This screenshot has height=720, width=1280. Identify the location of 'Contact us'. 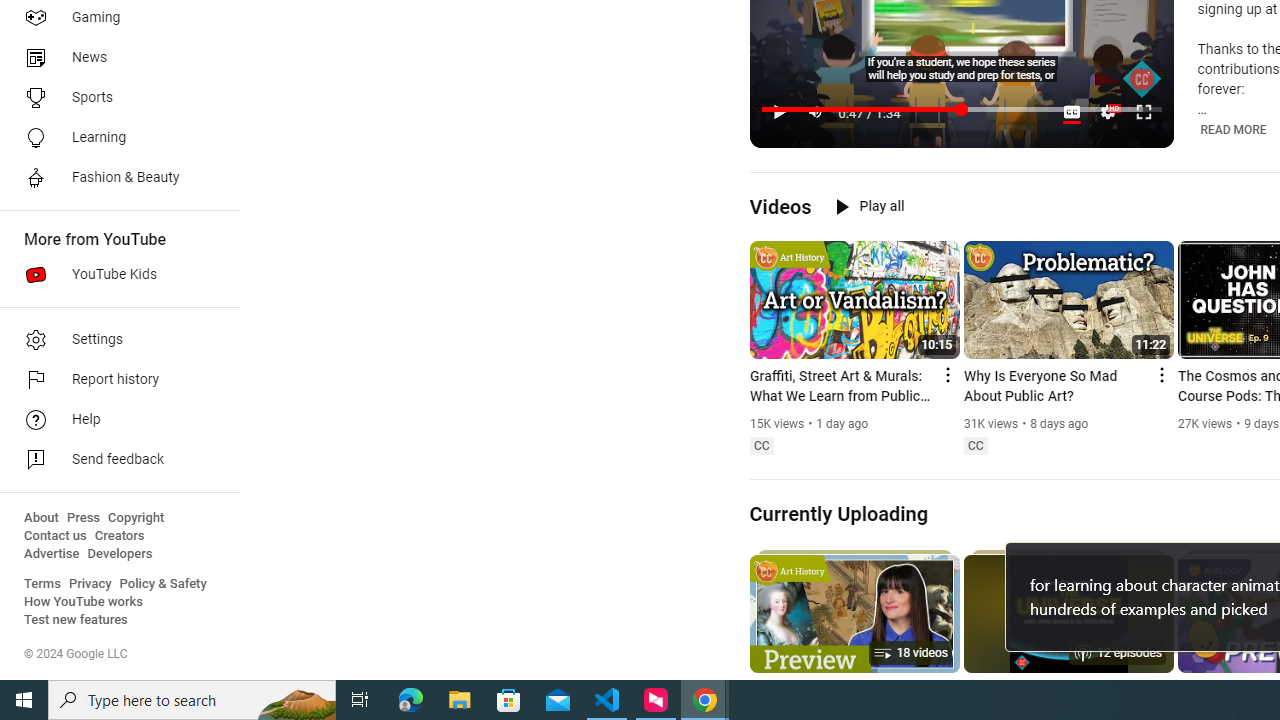
(55, 535).